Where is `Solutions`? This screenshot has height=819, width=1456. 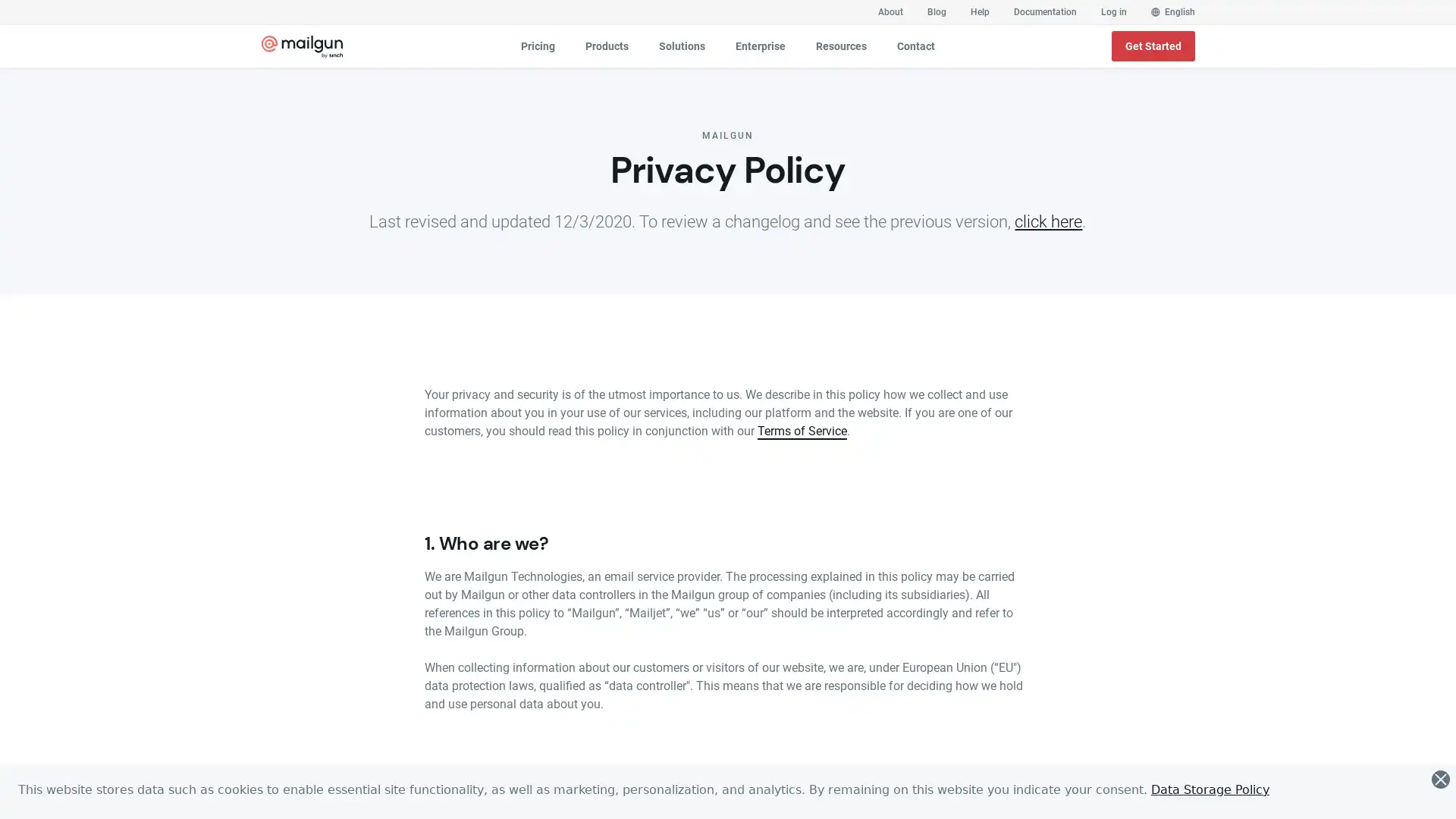
Solutions is located at coordinates (680, 45).